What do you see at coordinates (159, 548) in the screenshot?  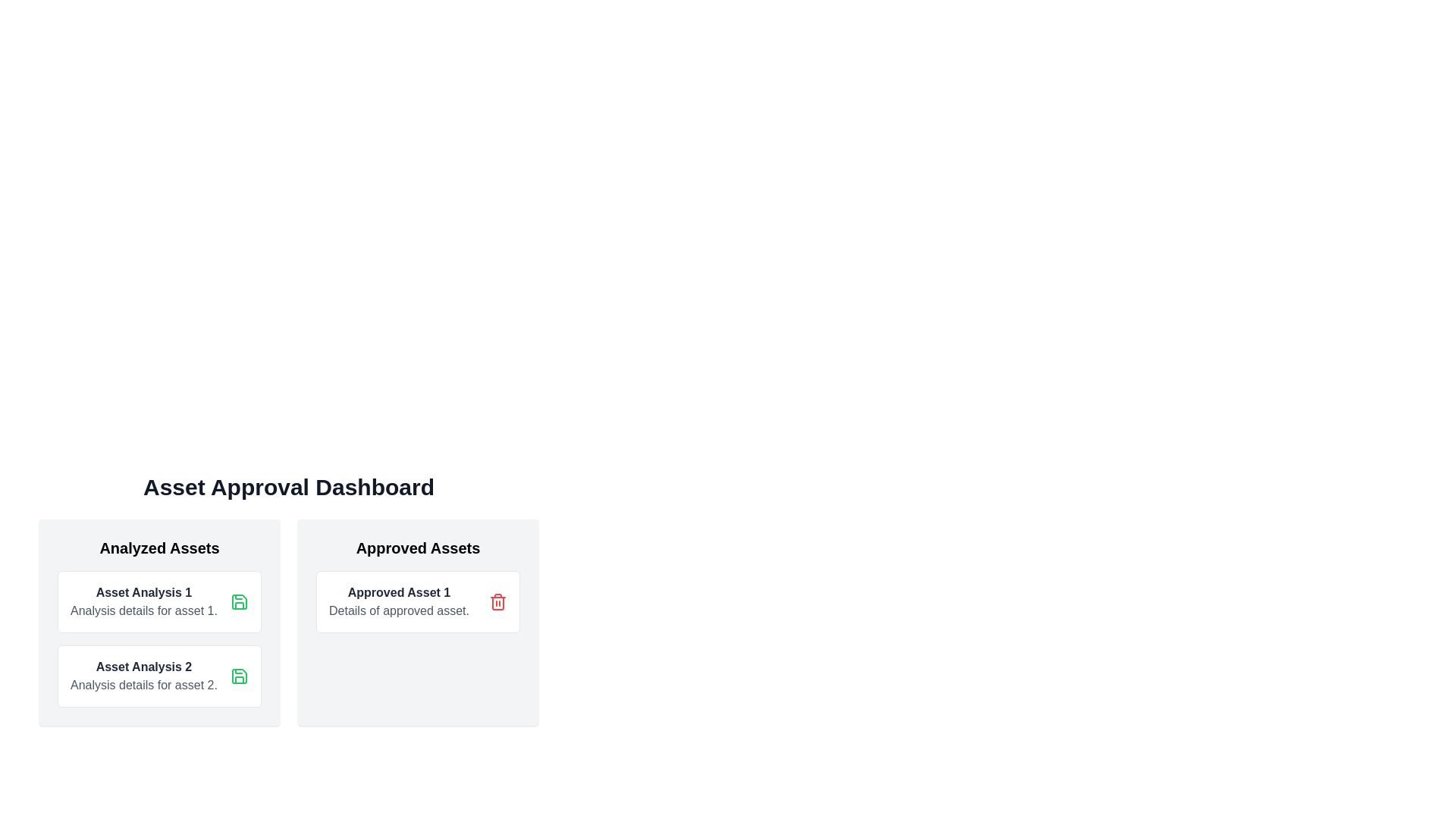 I see `displayed text from the section header Text label located at the top of the list of detailed items in the Asset Approval Dashboard` at bounding box center [159, 548].